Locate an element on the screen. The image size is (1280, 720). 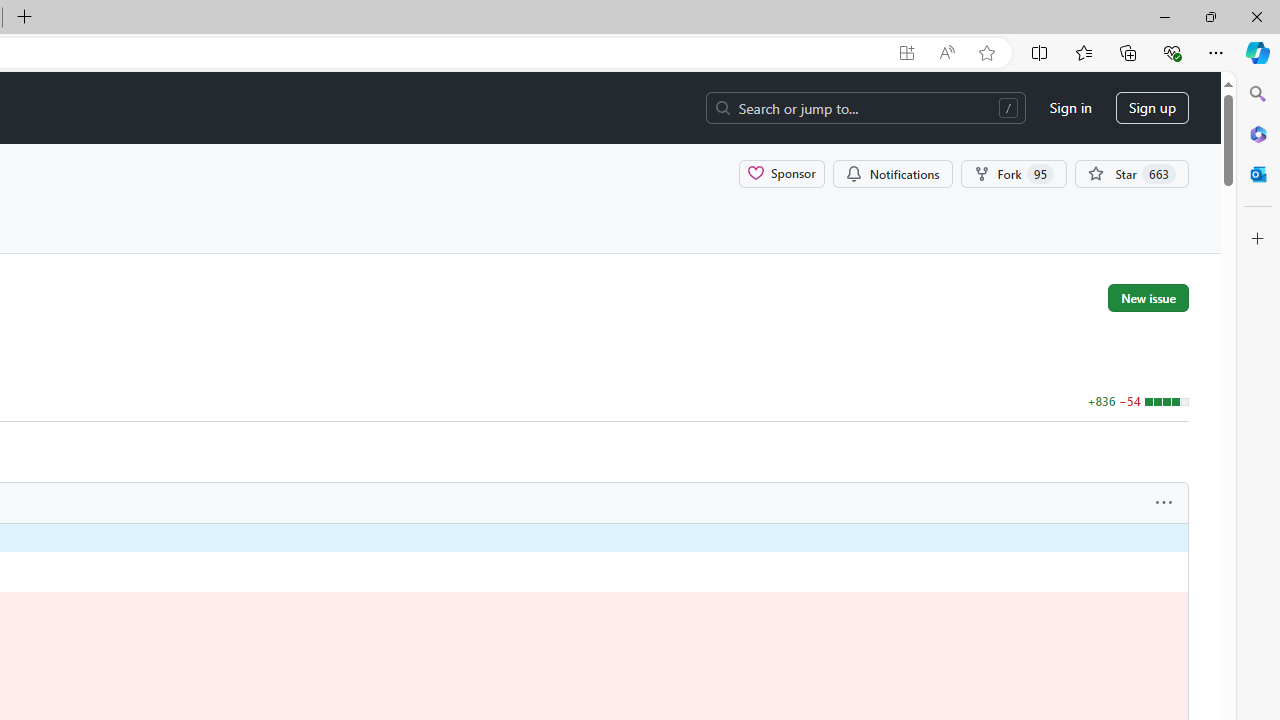
'App available. Install GitHub' is located at coordinates (905, 52).